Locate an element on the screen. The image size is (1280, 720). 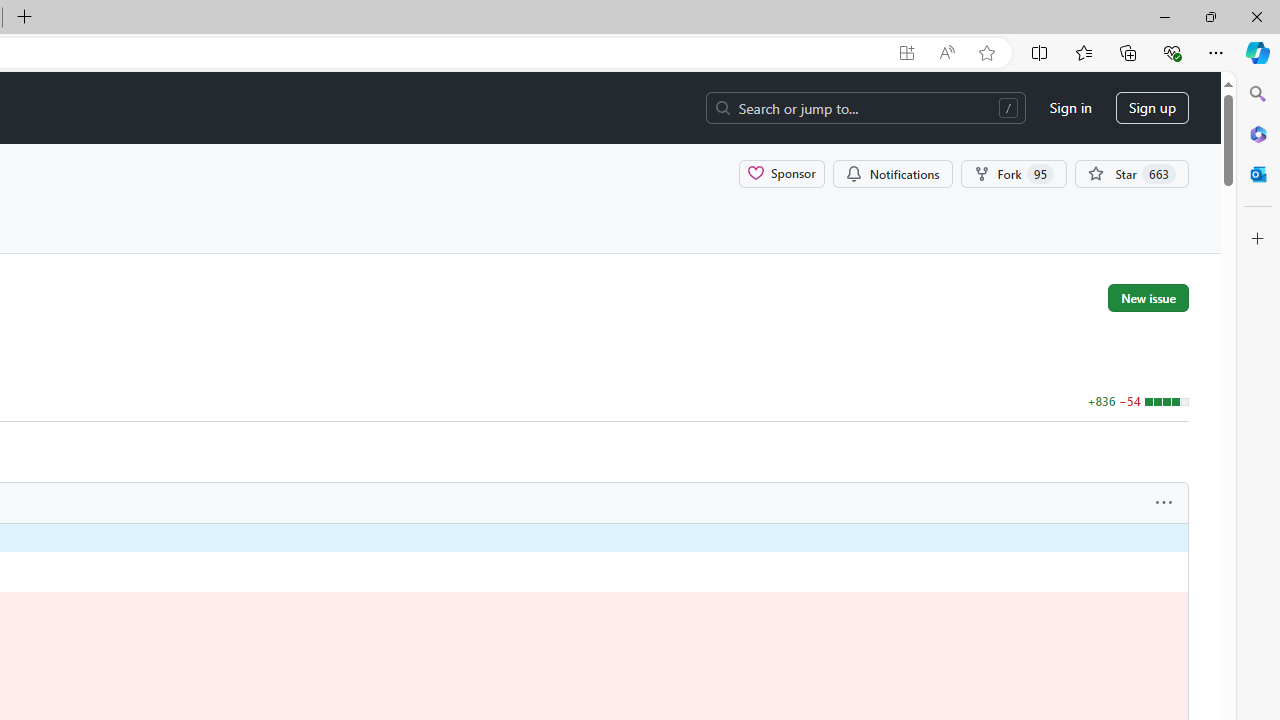
'App available. Install GitHub' is located at coordinates (905, 52).